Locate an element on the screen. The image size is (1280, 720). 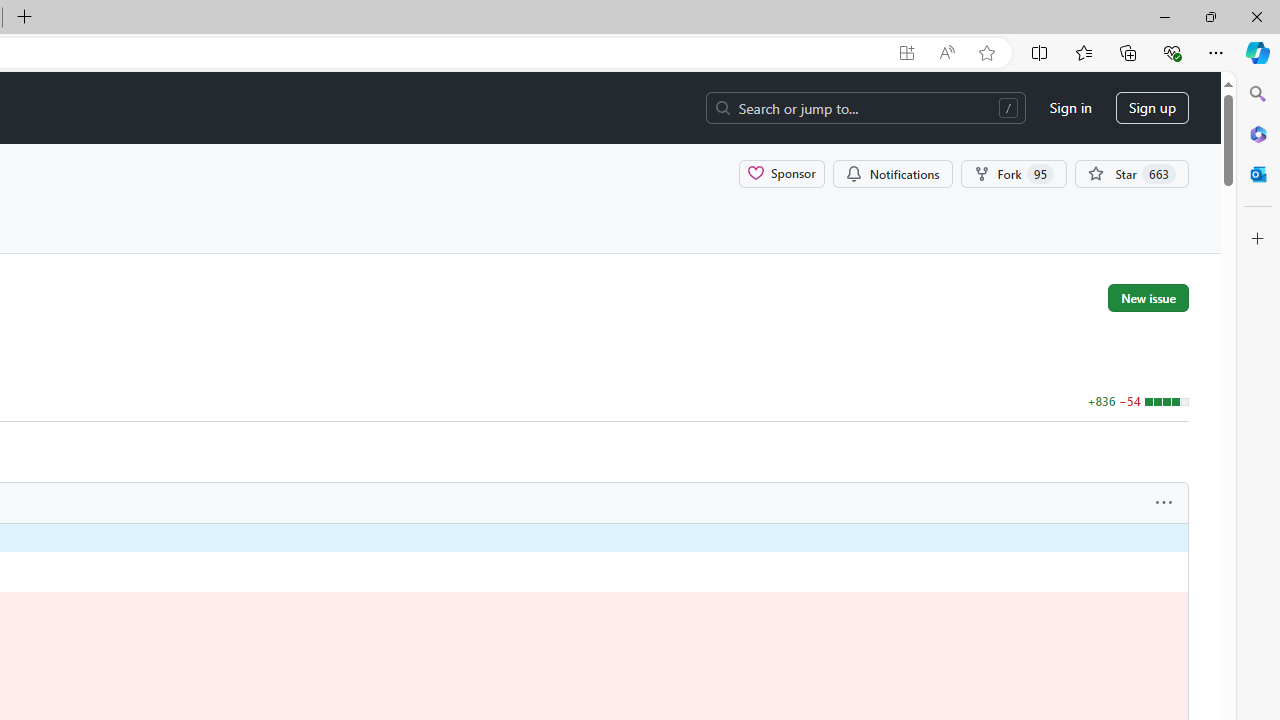
'App available. Install GitHub' is located at coordinates (905, 52).